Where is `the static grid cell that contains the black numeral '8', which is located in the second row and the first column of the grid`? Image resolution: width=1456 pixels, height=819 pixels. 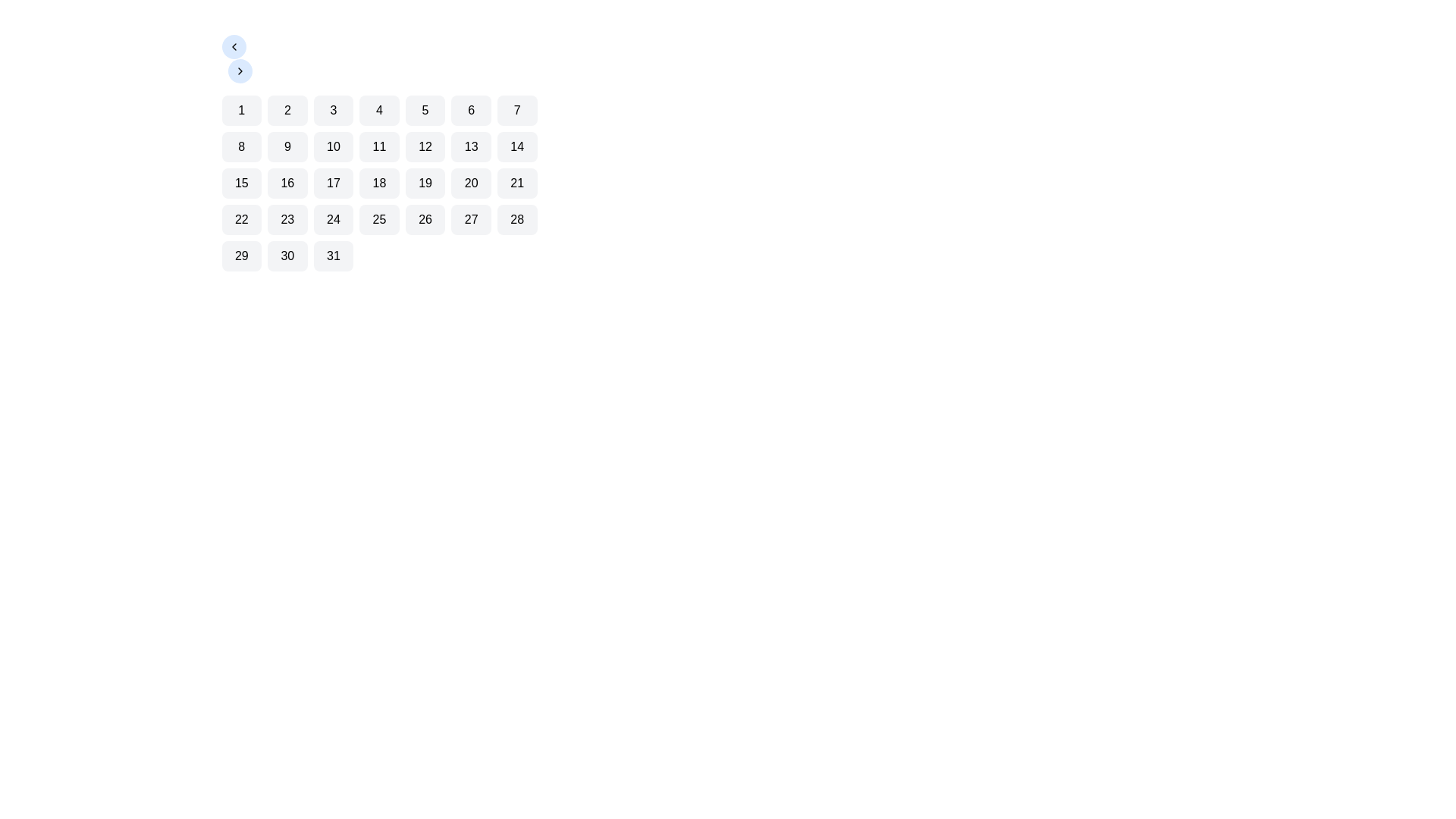
the static grid cell that contains the black numeral '8', which is located in the second row and the first column of the grid is located at coordinates (240, 146).